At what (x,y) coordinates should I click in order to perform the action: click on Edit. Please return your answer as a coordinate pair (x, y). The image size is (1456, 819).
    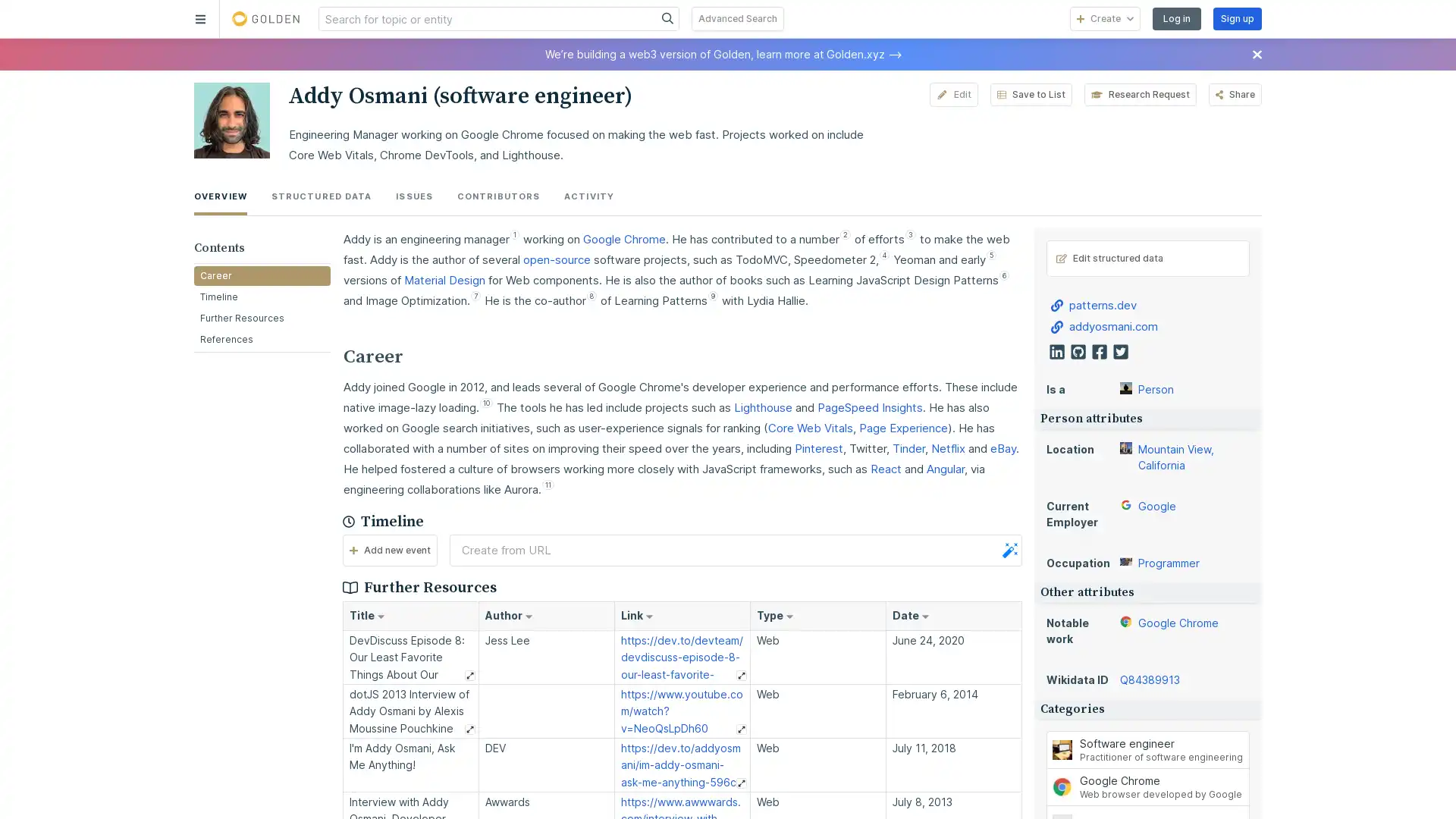
    Looking at the image, I should click on (952, 94).